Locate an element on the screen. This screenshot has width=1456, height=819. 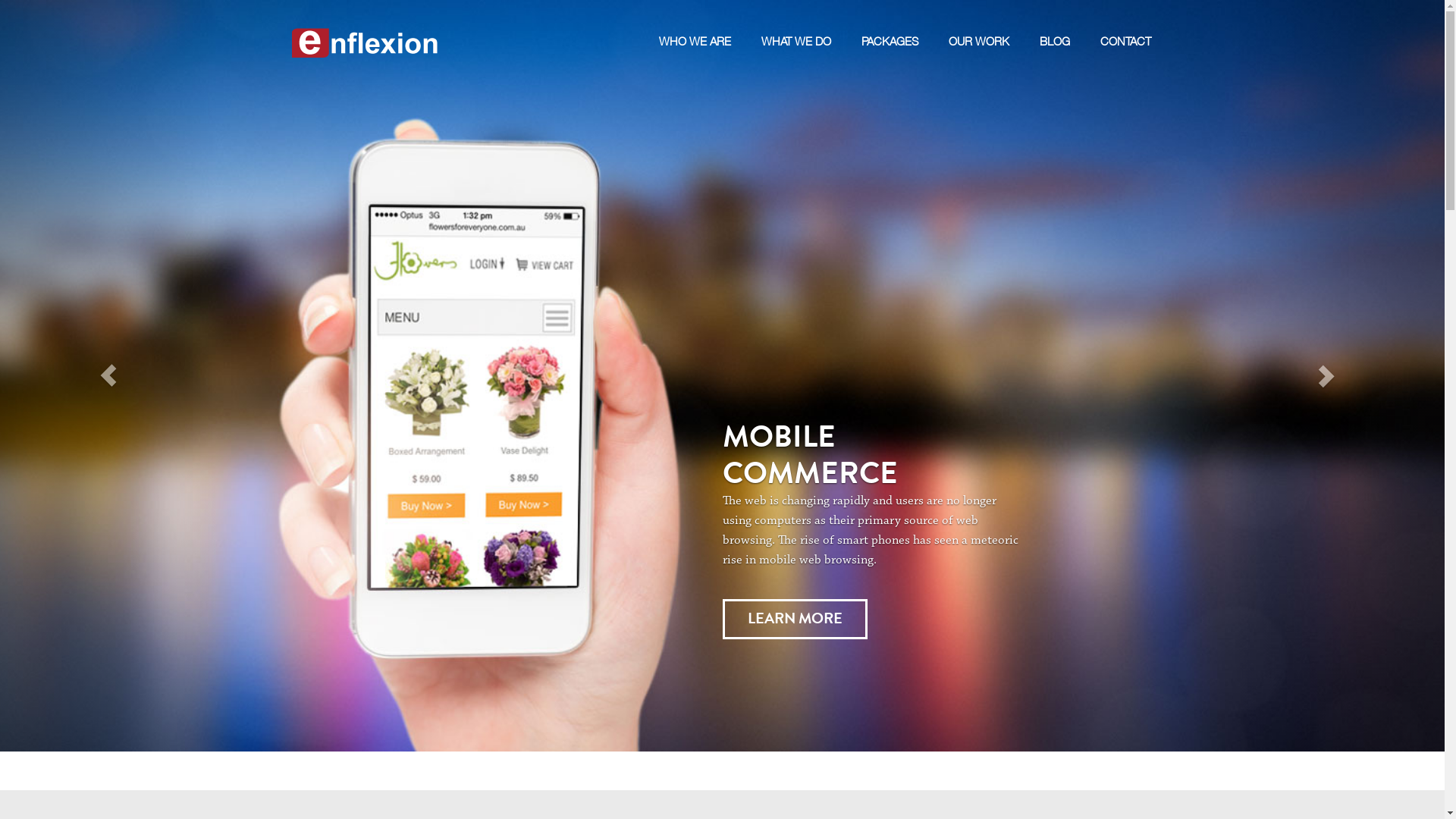
'Enflexion' is located at coordinates (365, 26).